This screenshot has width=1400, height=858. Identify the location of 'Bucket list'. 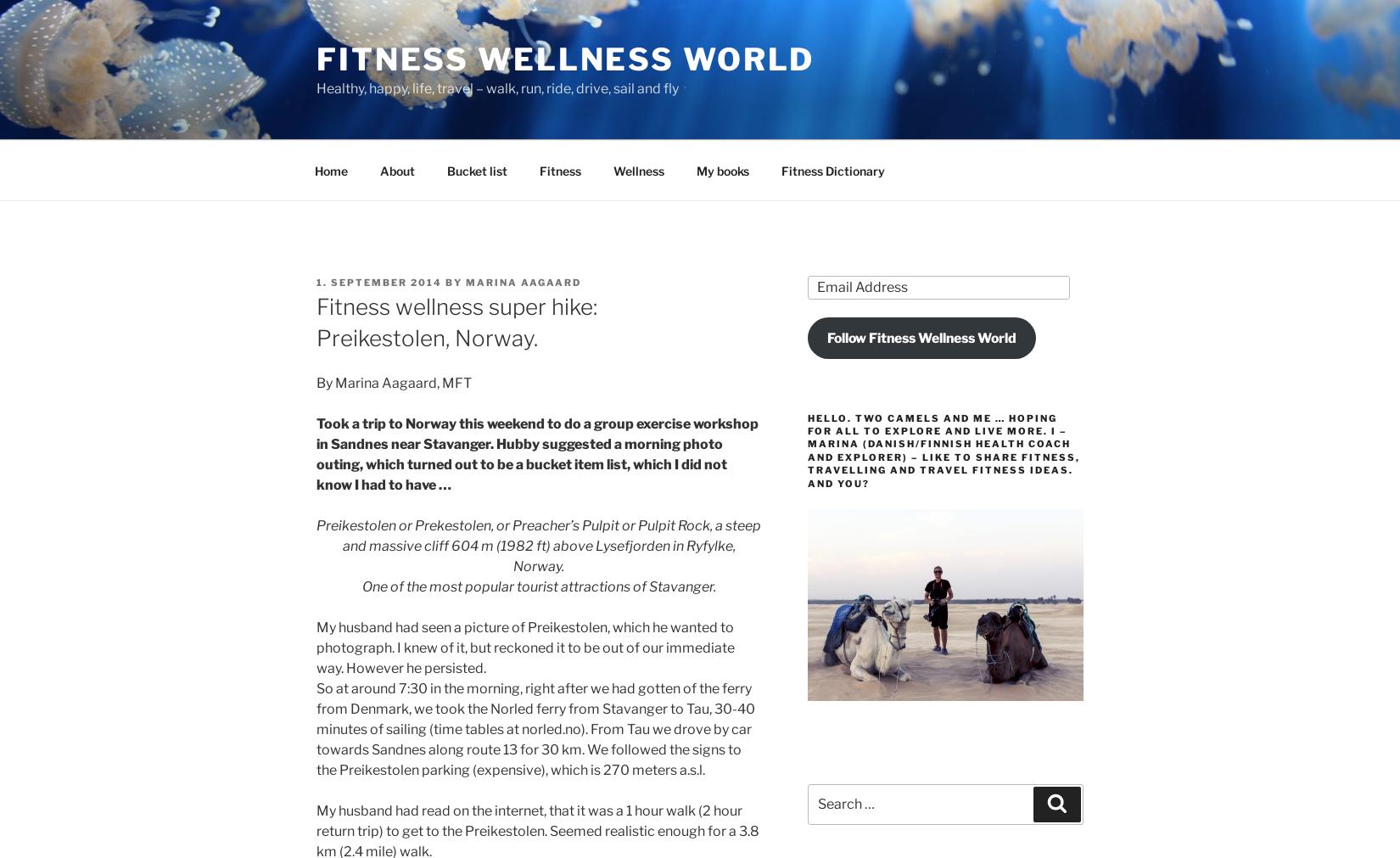
(475, 170).